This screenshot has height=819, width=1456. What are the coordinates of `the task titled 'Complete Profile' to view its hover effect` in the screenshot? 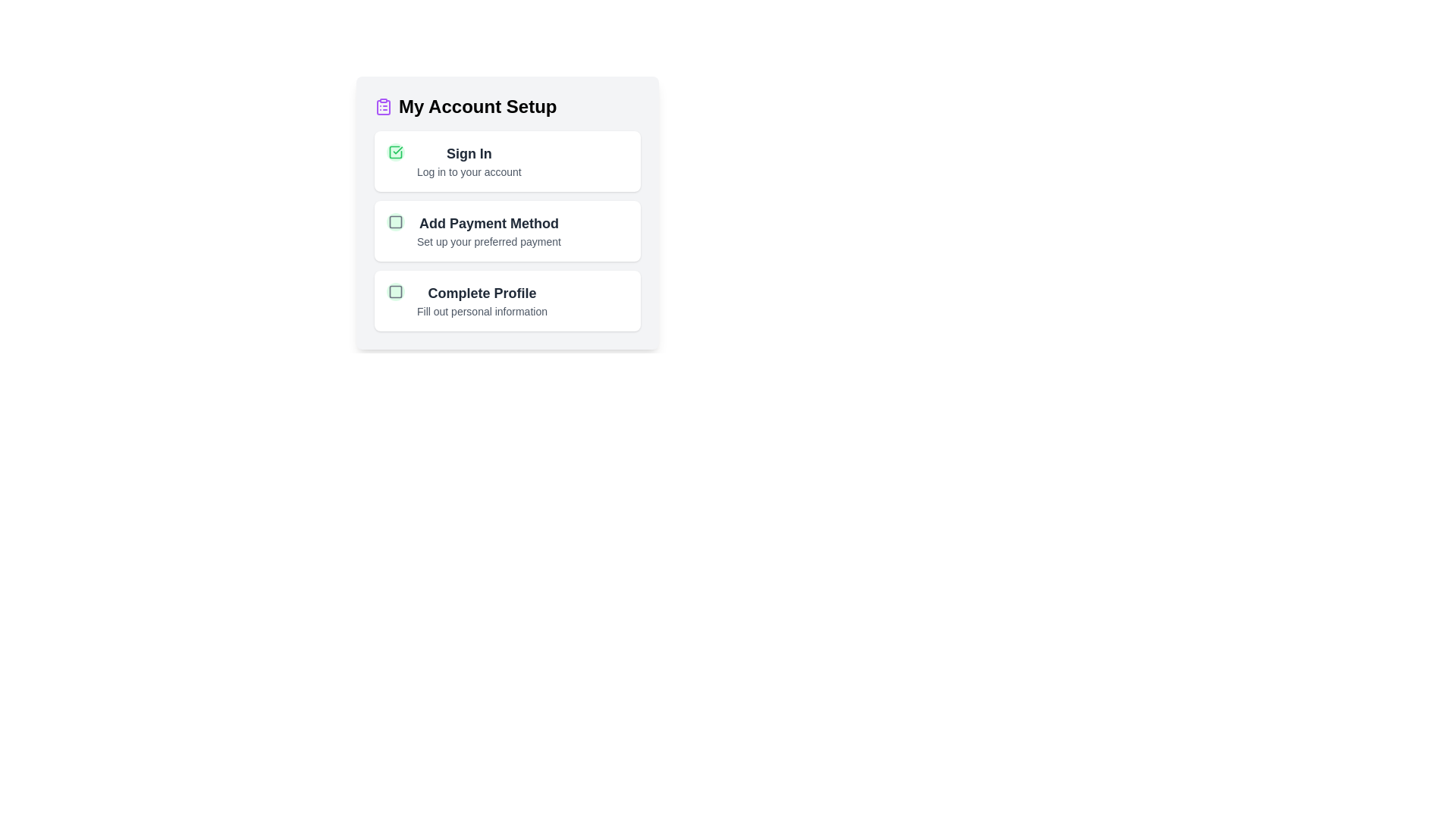 It's located at (507, 301).